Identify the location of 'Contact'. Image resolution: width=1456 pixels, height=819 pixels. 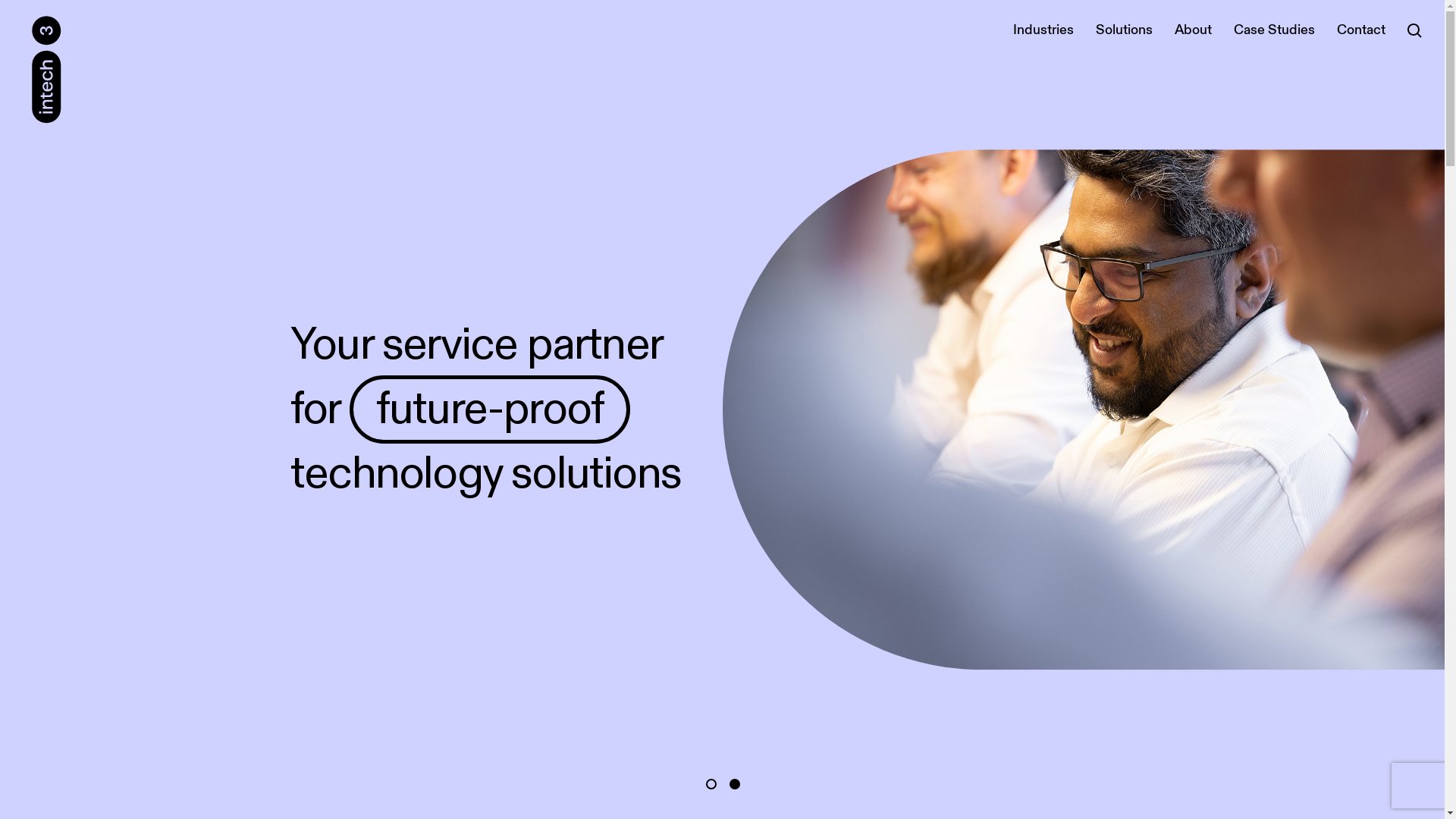
(1328, 30).